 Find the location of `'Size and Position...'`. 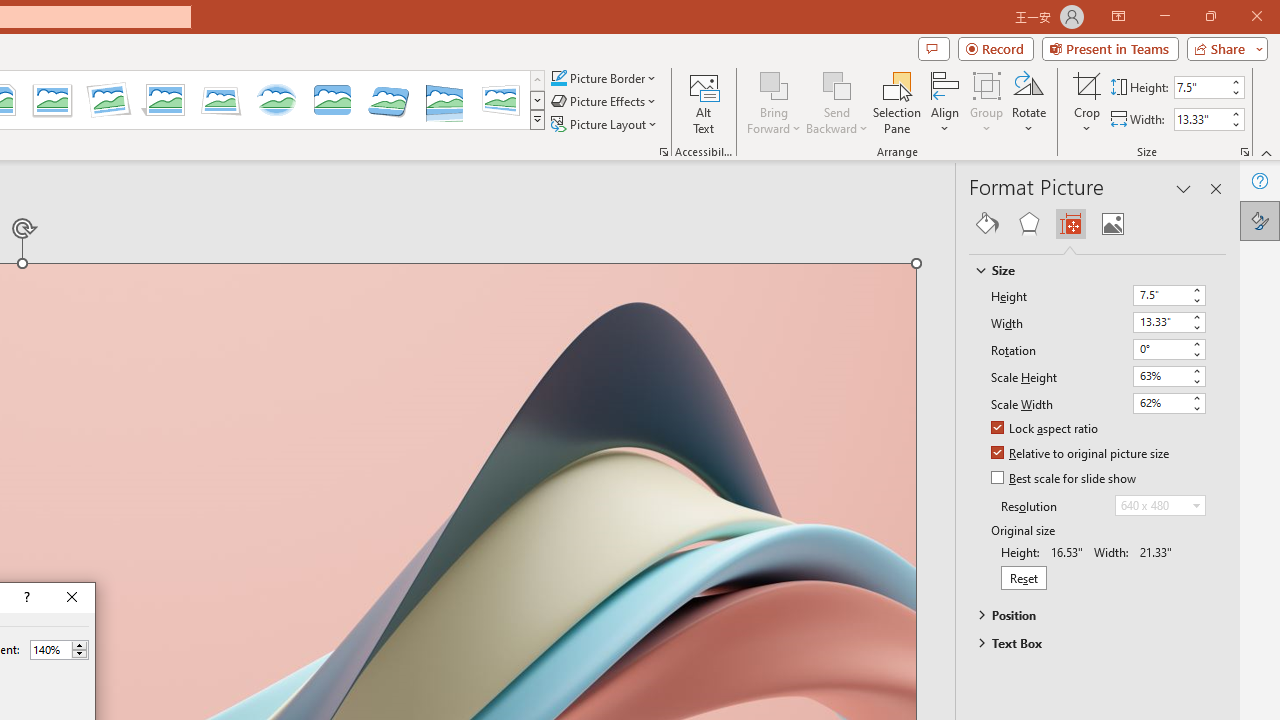

'Size and Position...' is located at coordinates (1243, 150).